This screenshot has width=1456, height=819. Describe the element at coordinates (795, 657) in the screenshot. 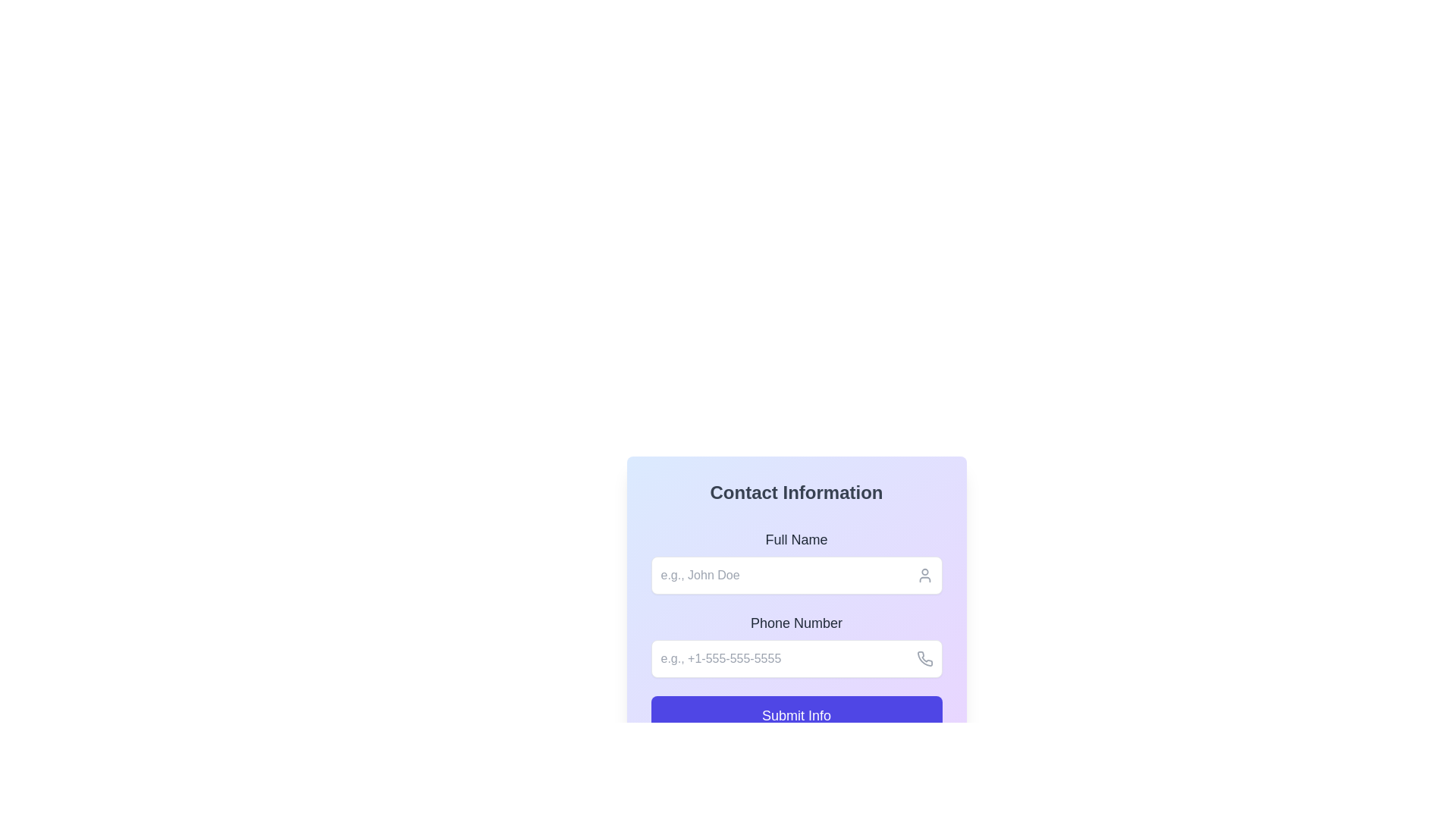

I see `and clear the content of the text input field located below the 'Phone Number' label by clicking in the field and deleting the text` at that location.